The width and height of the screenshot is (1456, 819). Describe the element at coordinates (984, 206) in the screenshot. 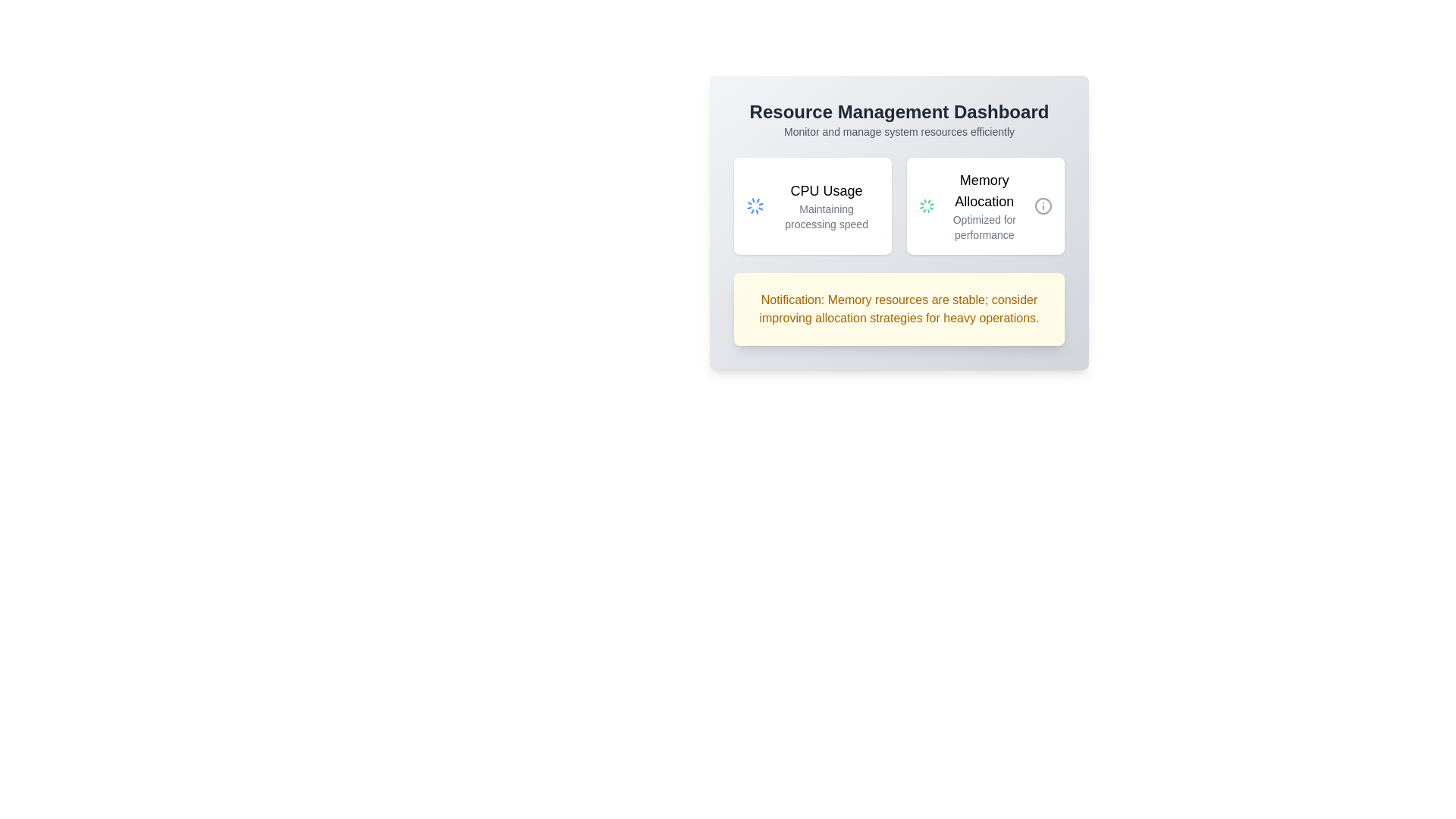

I see `the 'Memory Allocation' informational text element within the Resource Management Dashboard, which features two lines of text with the first line in a larger bold font and the second line in a smaller lighter font, all contained in a white card with rounded corners` at that location.